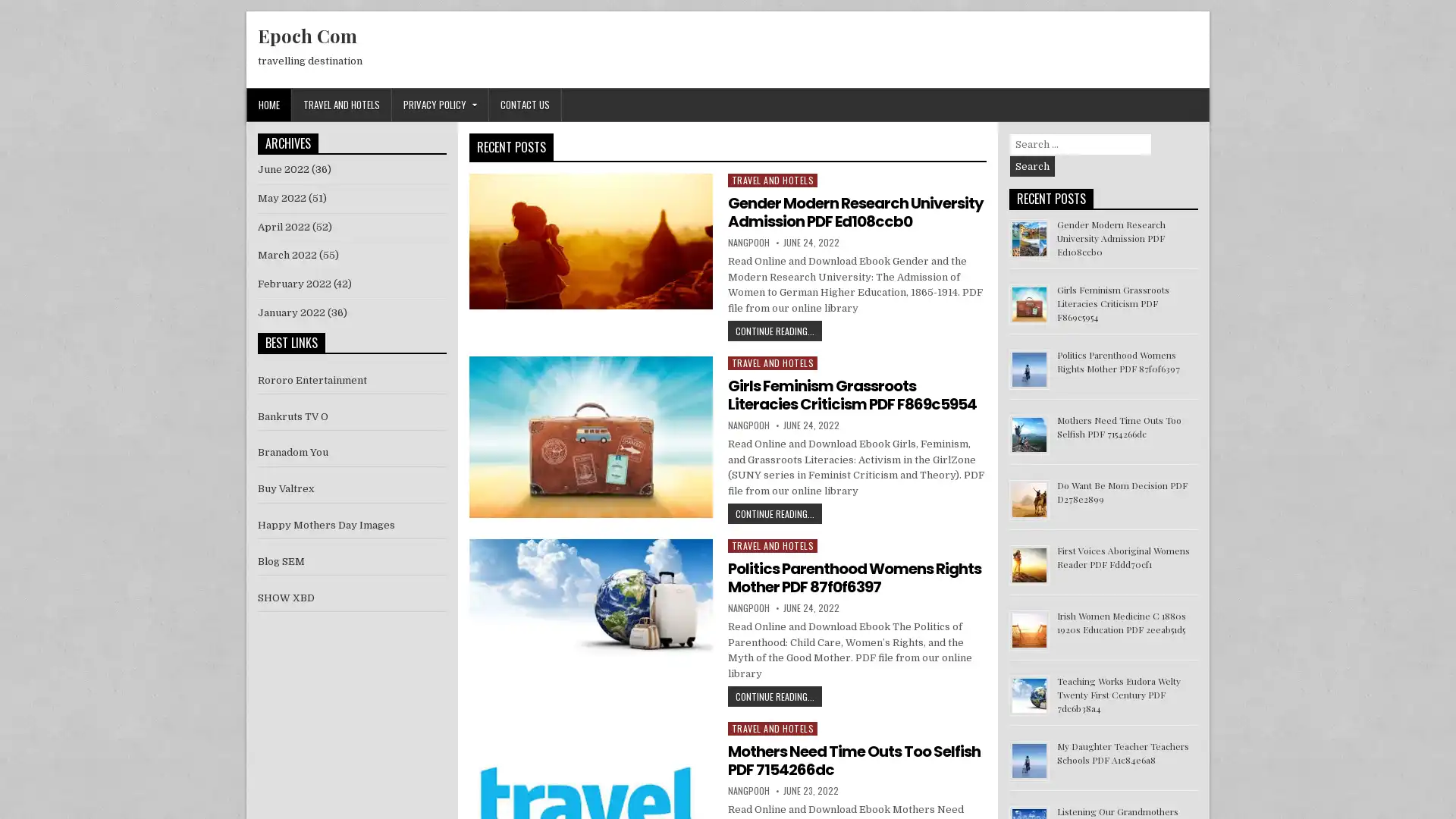  I want to click on Search, so click(1031, 166).